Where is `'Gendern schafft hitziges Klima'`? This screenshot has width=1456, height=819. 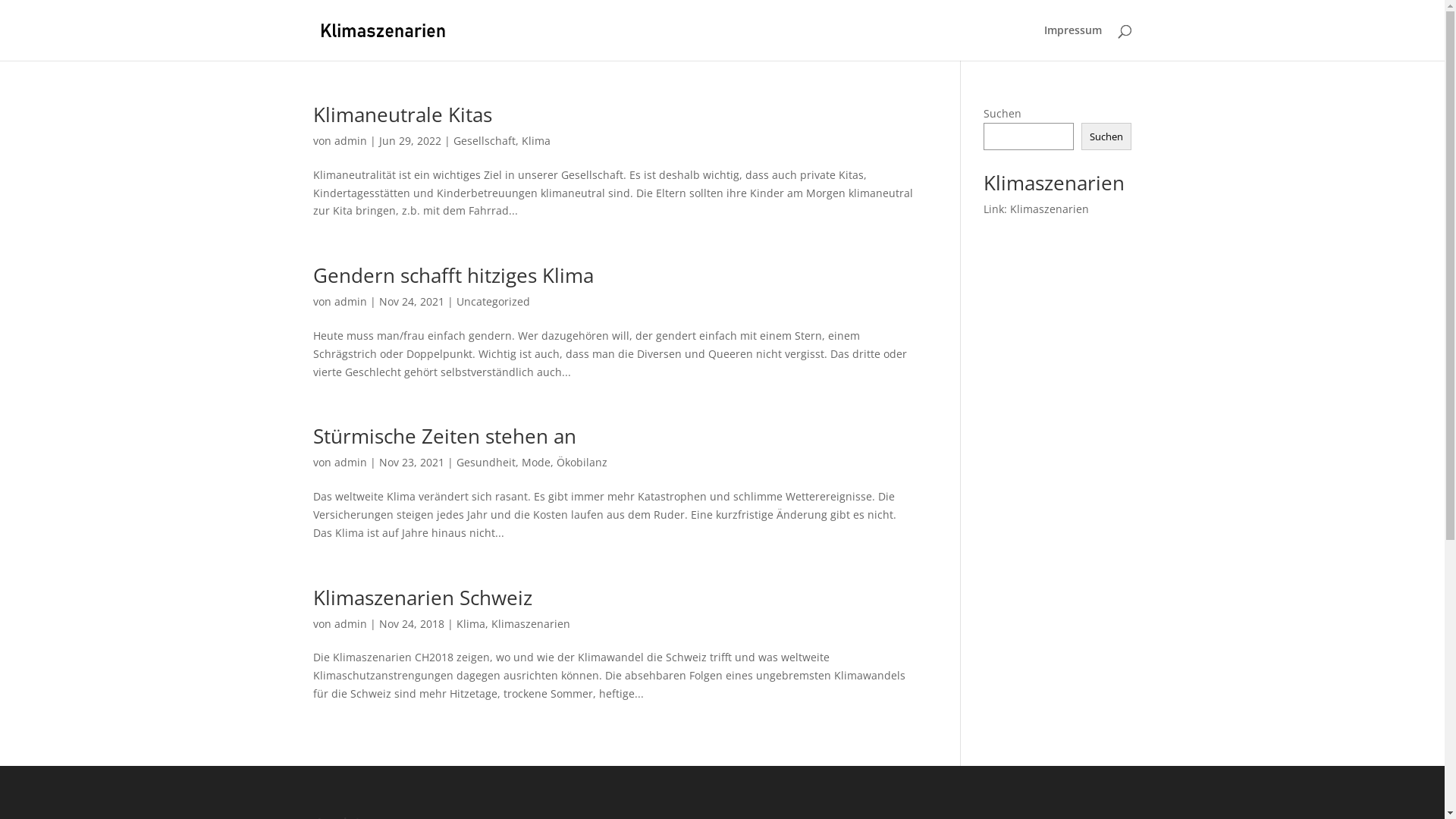 'Gendern schafft hitziges Klima' is located at coordinates (451, 275).